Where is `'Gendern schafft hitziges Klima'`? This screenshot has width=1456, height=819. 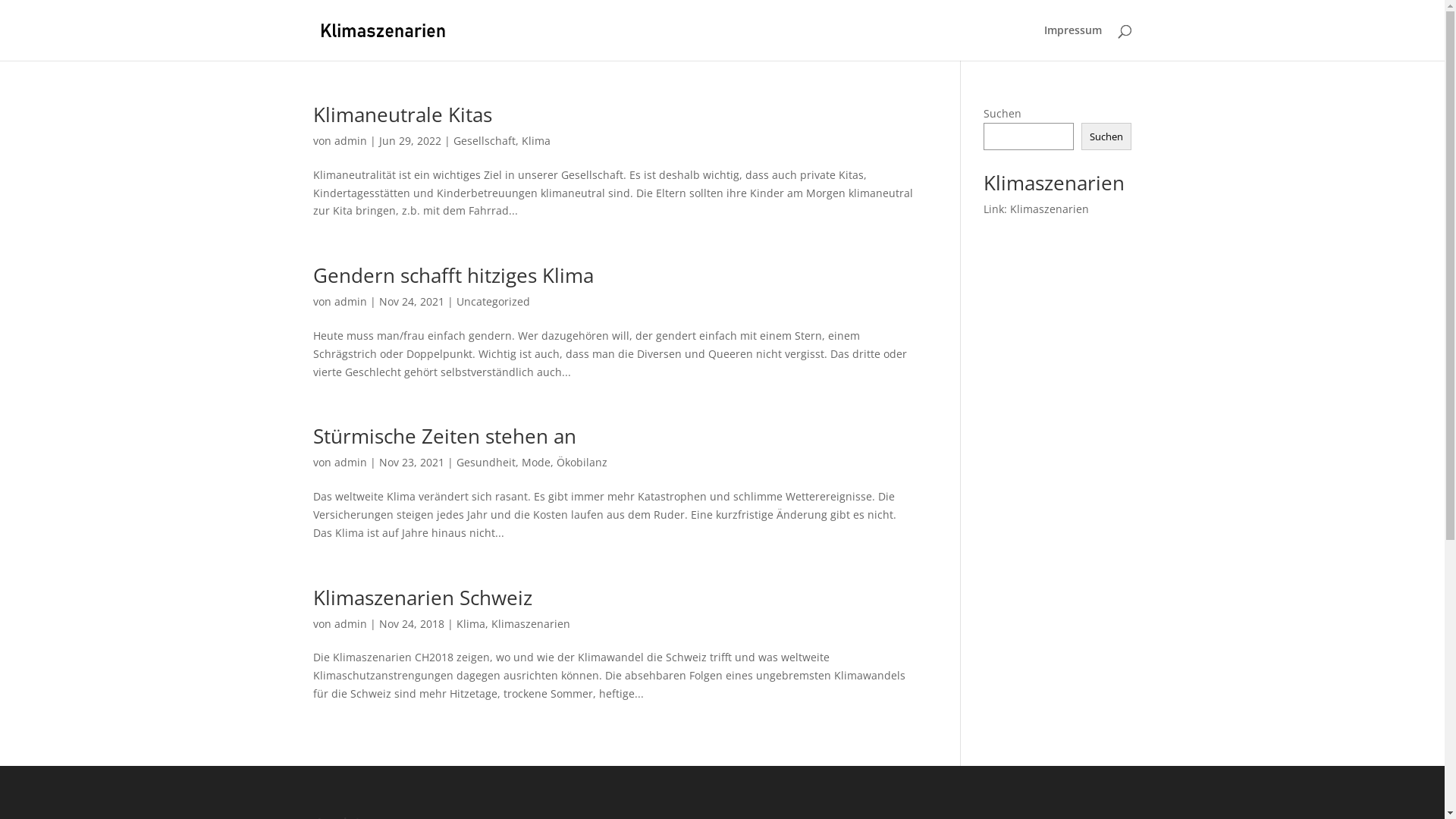 'Gendern schafft hitziges Klima' is located at coordinates (451, 275).